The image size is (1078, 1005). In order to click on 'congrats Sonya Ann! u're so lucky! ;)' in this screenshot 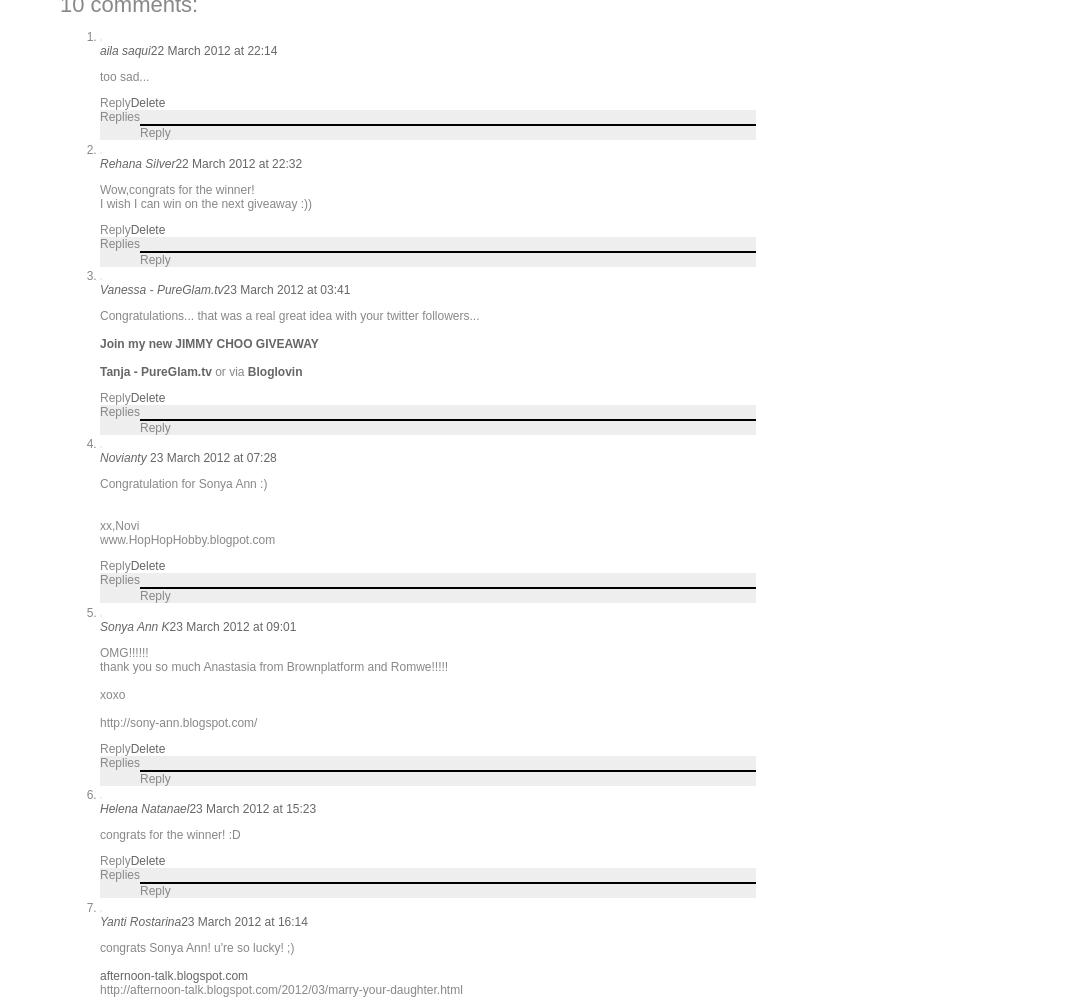, I will do `click(196, 946)`.